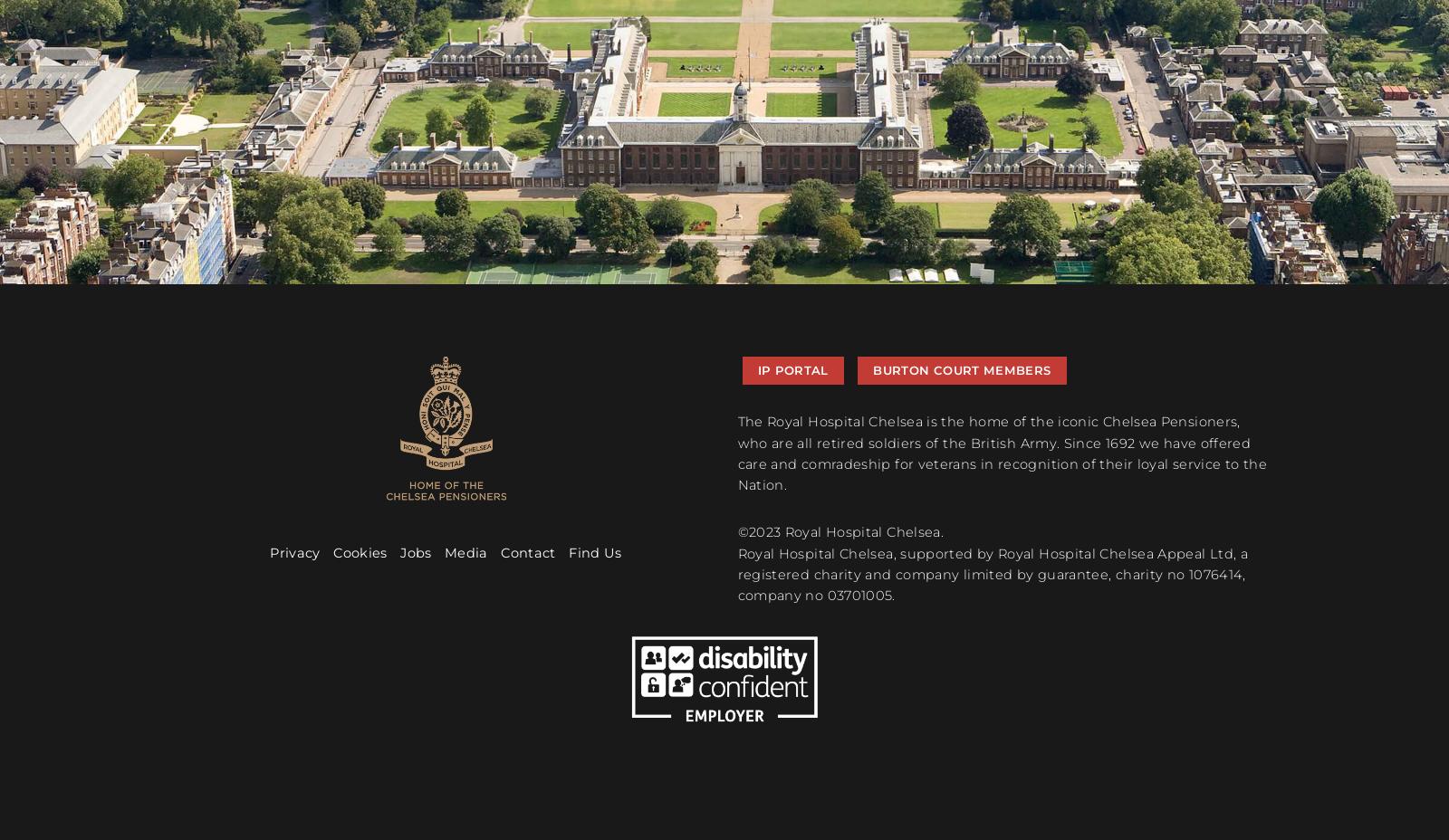 This screenshot has width=1449, height=840. Describe the element at coordinates (415, 552) in the screenshot. I see `'Jobs'` at that location.